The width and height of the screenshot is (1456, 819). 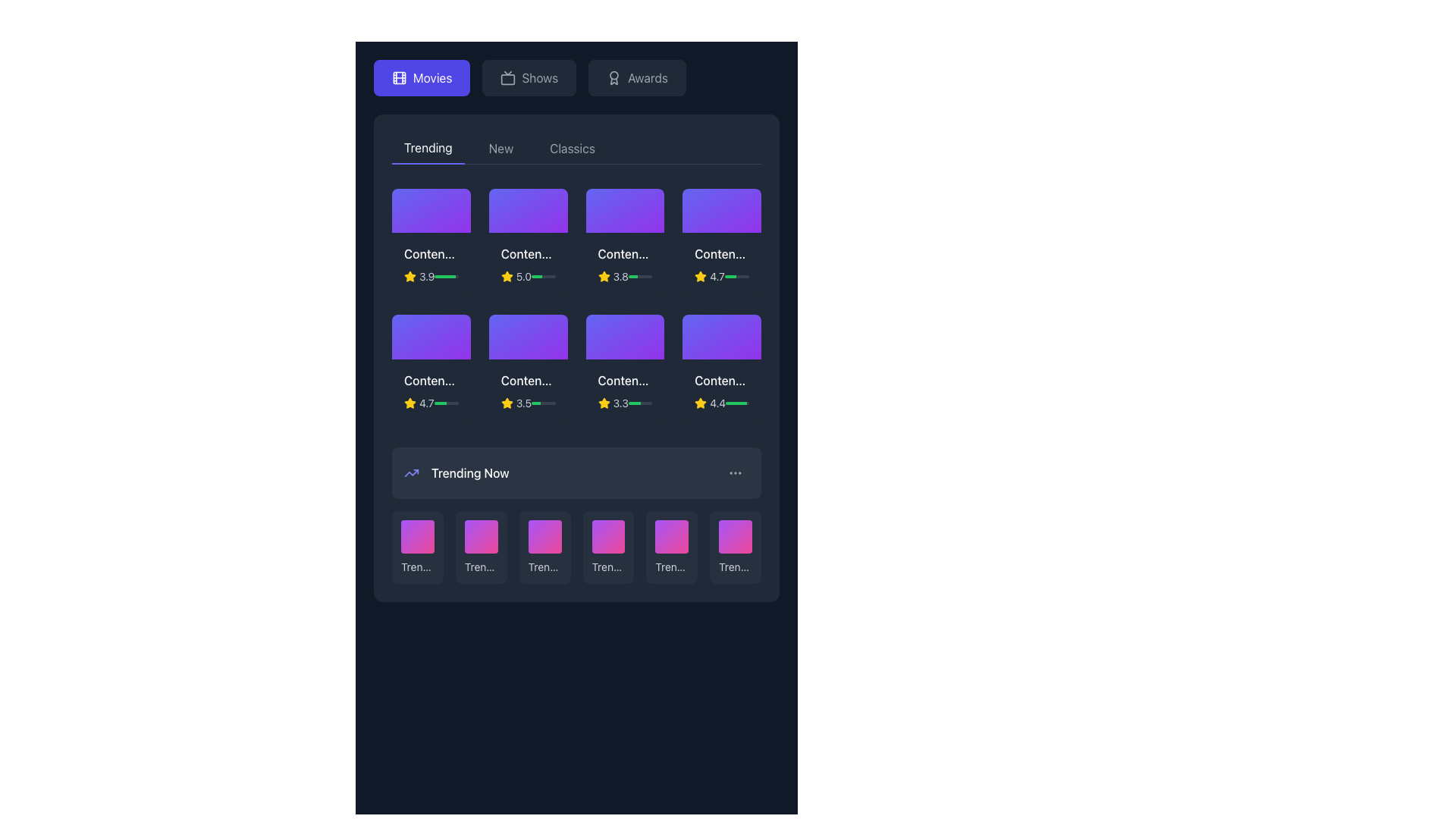 I want to click on the Text label displaying 'Content Title 3' in the 'Trending' section, so click(x=625, y=253).